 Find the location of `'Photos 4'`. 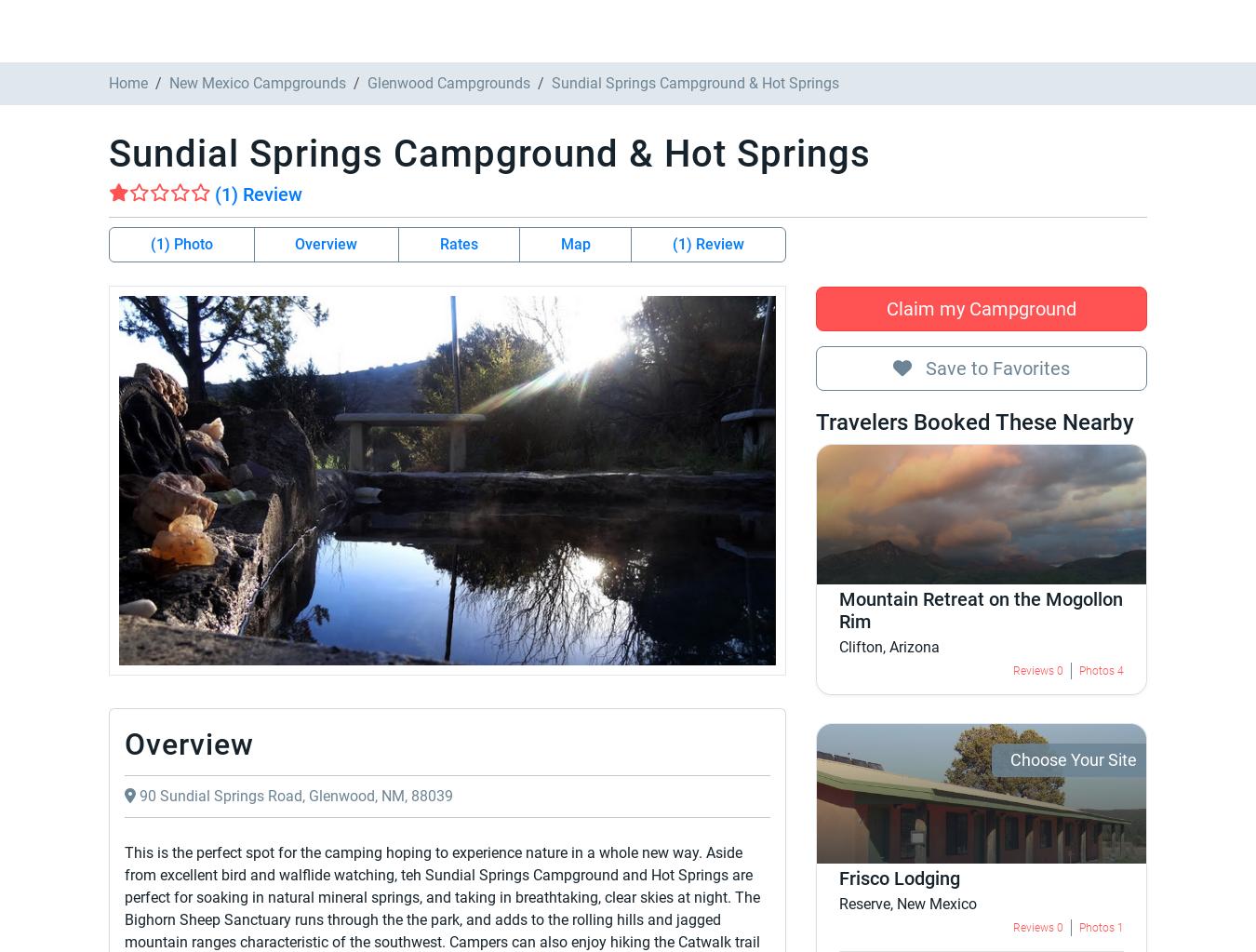

'Photos 4' is located at coordinates (390, 637).